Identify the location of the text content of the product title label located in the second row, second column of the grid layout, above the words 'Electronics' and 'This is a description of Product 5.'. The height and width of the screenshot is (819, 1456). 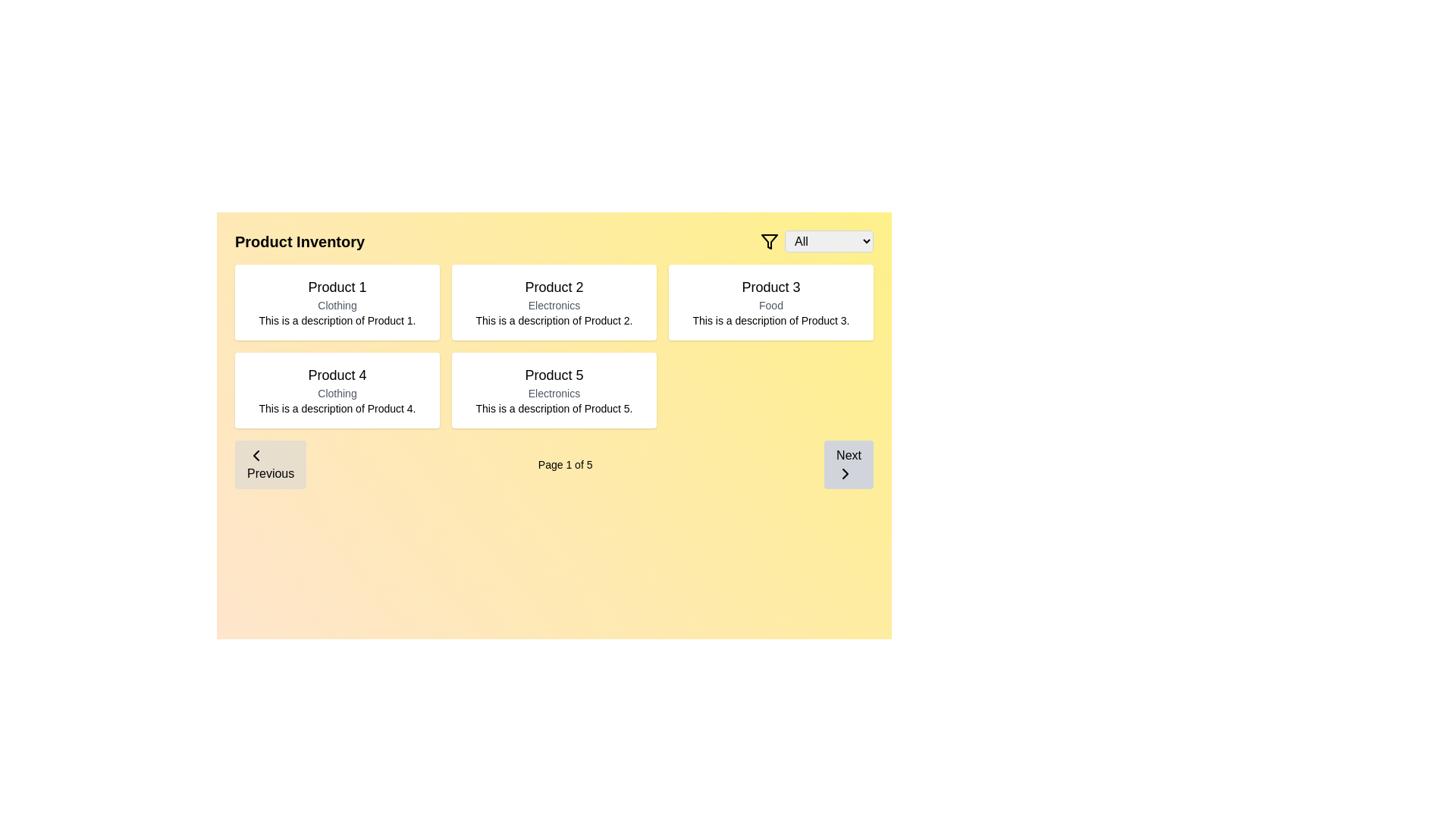
(553, 375).